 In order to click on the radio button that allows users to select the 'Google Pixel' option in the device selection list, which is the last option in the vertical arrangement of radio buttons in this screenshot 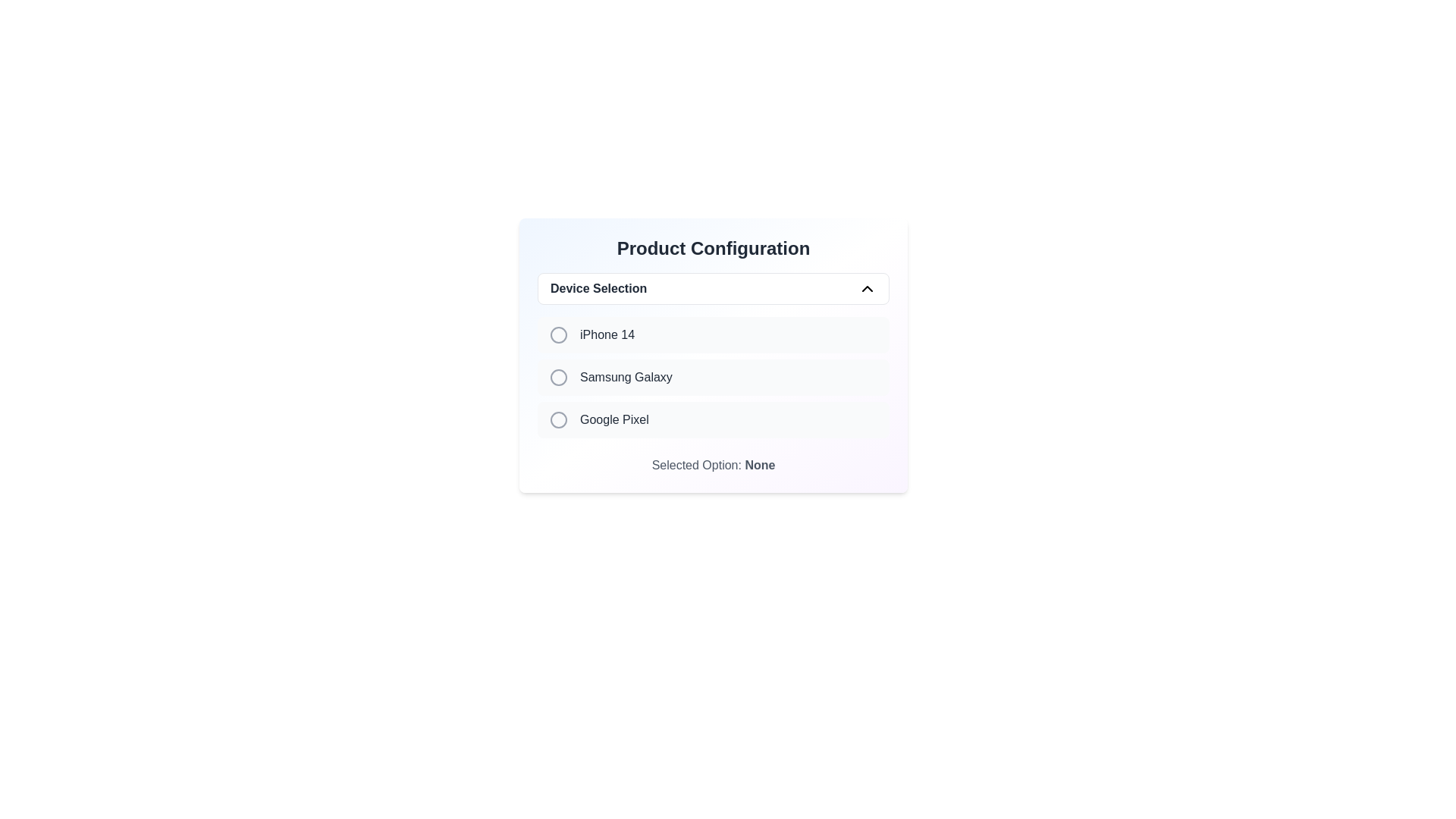, I will do `click(558, 420)`.